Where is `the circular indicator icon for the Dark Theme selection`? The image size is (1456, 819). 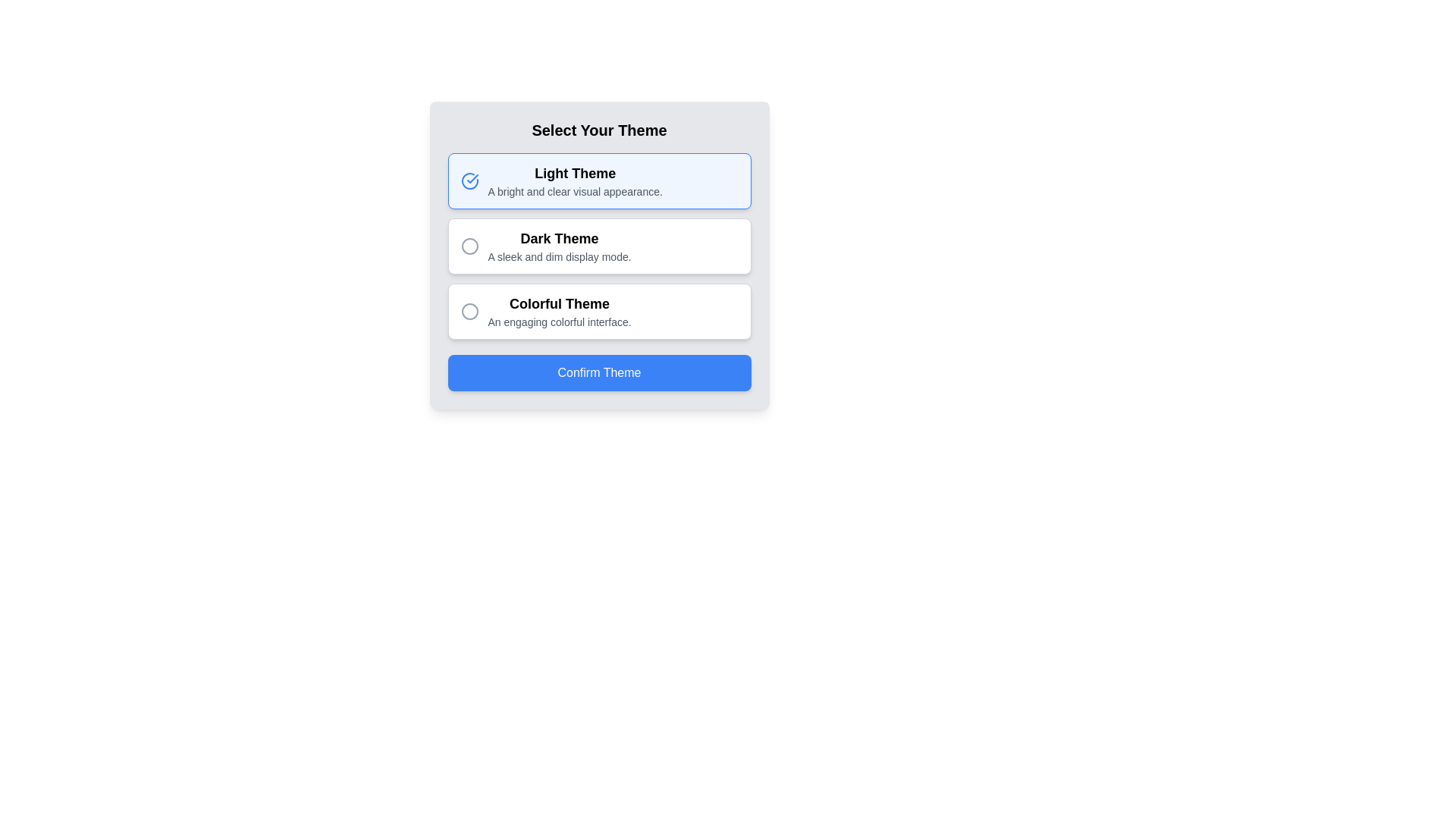
the circular indicator icon for the Dark Theme selection is located at coordinates (469, 245).